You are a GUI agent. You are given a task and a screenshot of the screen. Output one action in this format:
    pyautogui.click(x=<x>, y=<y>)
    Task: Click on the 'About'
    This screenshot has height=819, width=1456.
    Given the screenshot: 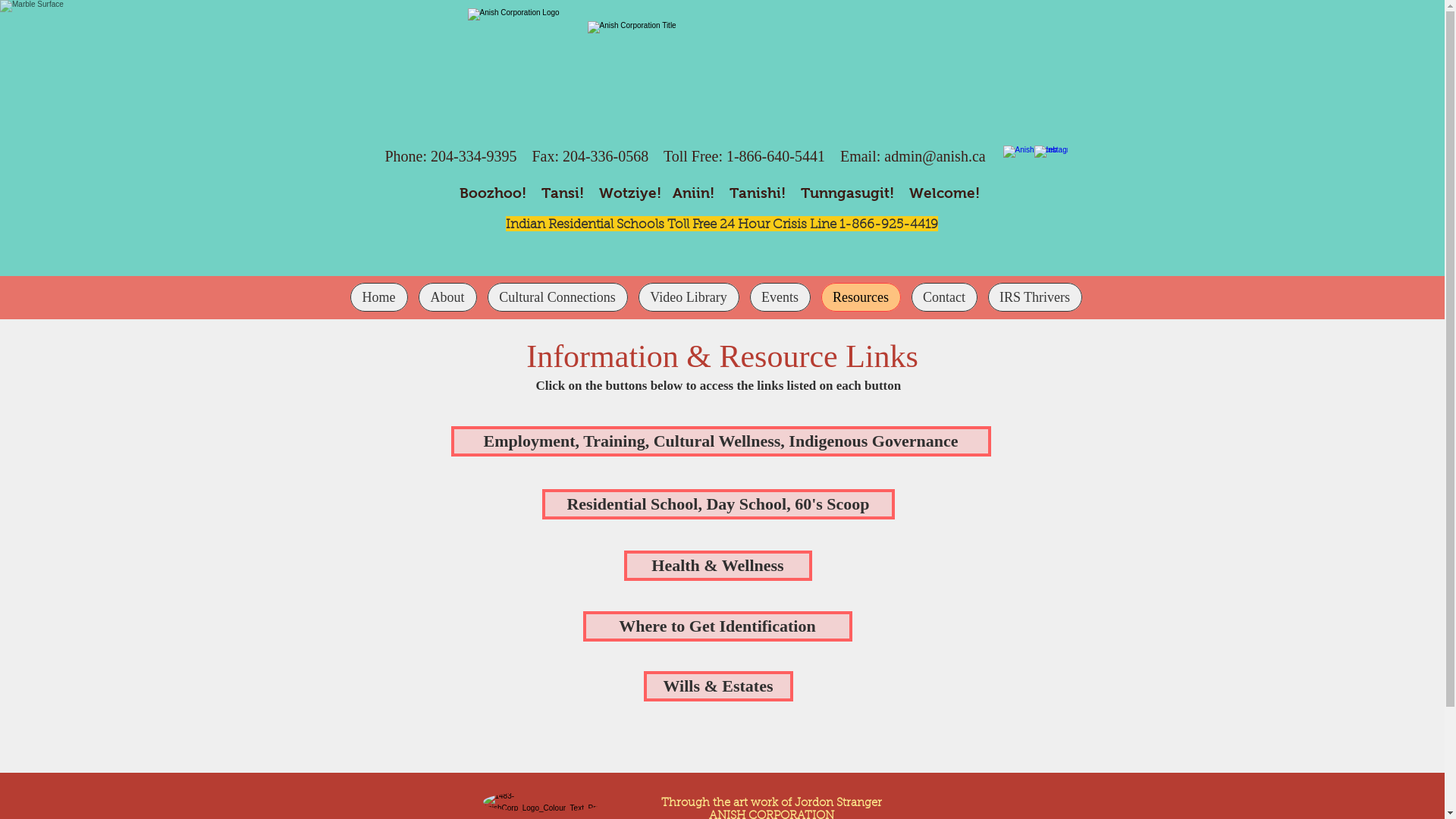 What is the action you would take?
    pyautogui.click(x=447, y=297)
    